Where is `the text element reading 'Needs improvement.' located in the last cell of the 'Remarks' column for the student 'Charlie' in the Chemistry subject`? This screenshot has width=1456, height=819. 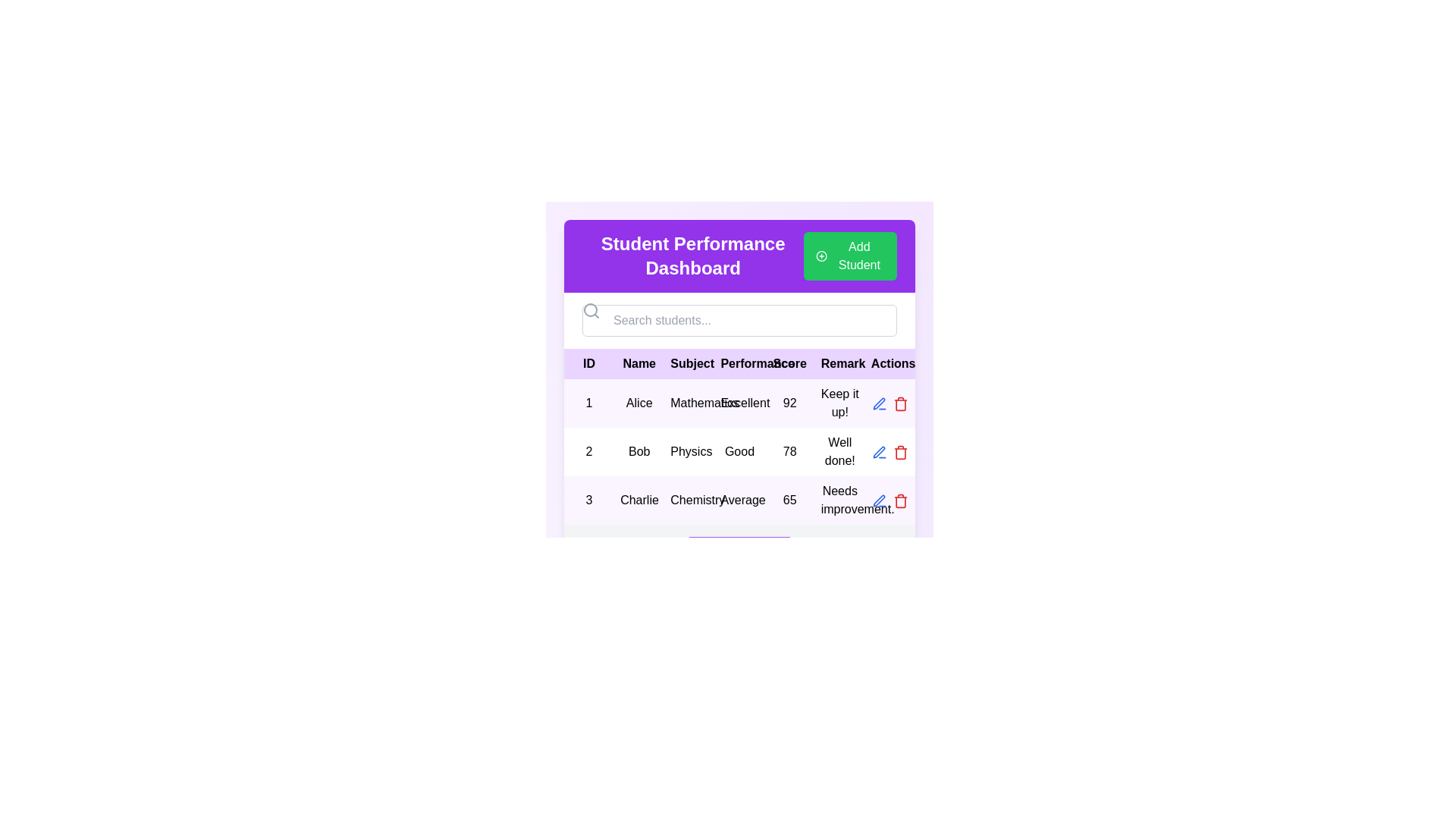
the text element reading 'Needs improvement.' located in the last cell of the 'Remarks' column for the student 'Charlie' in the Chemistry subject is located at coordinates (839, 500).